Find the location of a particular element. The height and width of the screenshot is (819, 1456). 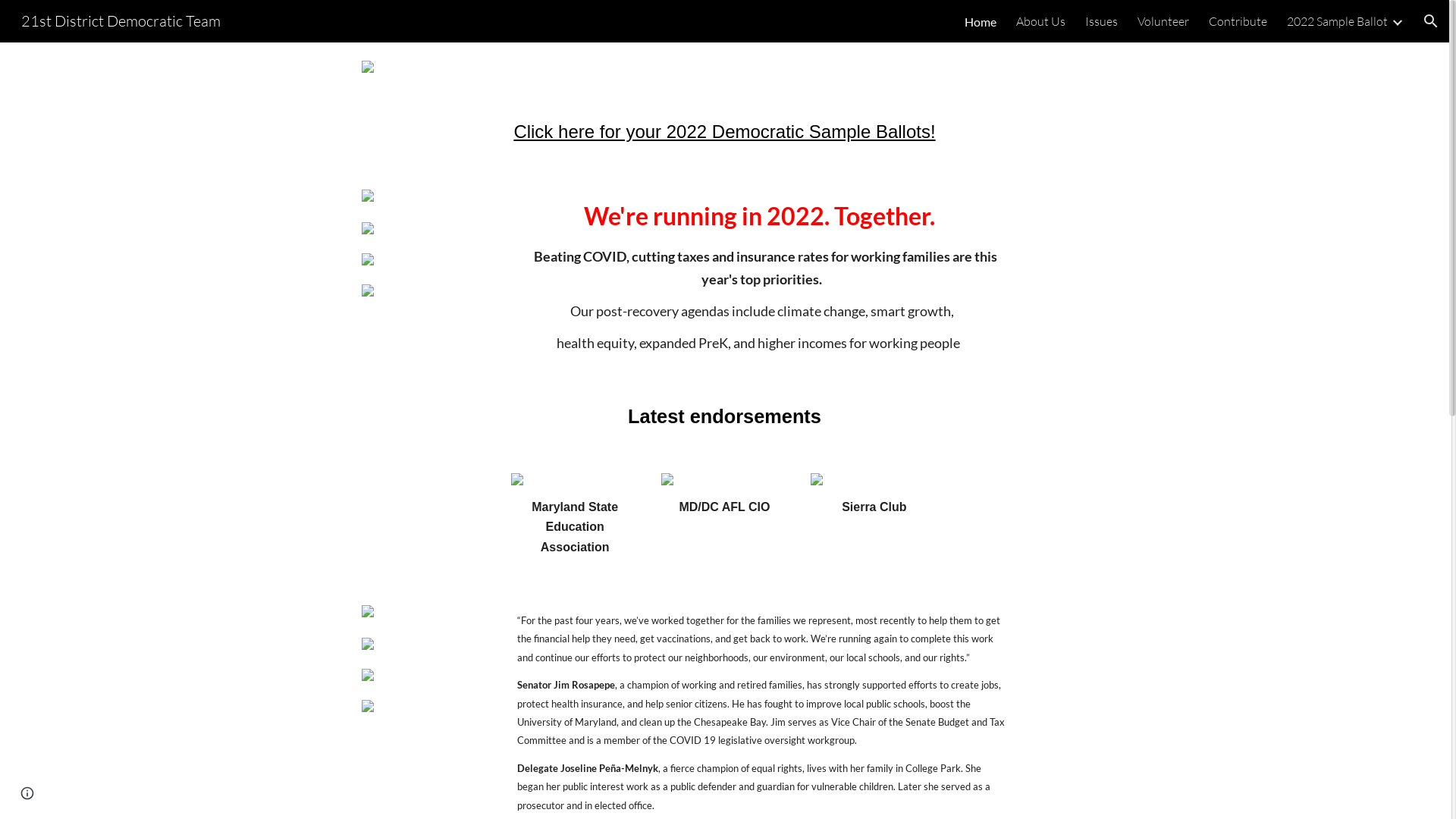

'2022 Sample Ballot' is located at coordinates (1286, 20).